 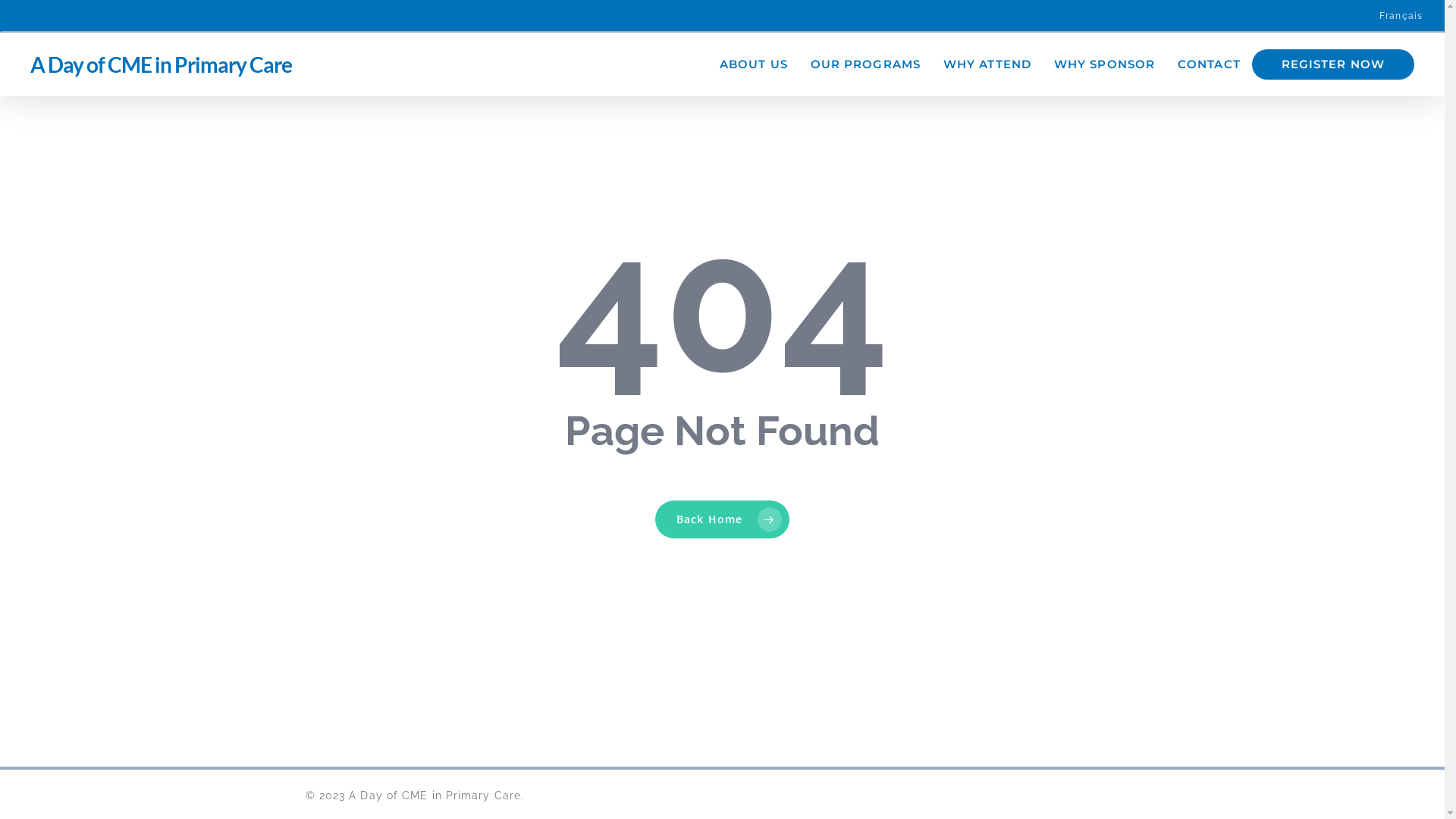 What do you see at coordinates (1165, 63) in the screenshot?
I see `'CONTACT'` at bounding box center [1165, 63].